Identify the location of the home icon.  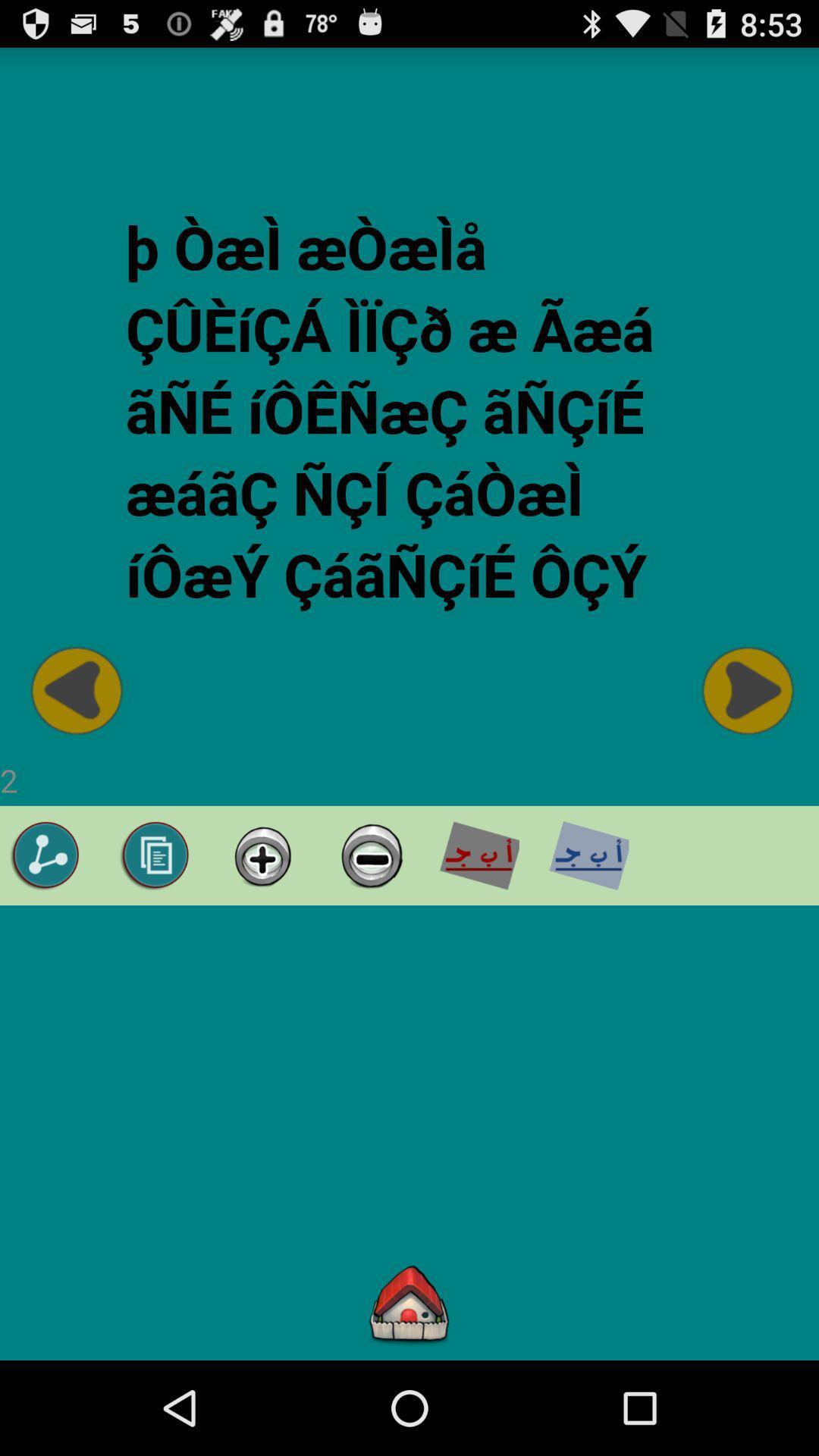
(409, 1396).